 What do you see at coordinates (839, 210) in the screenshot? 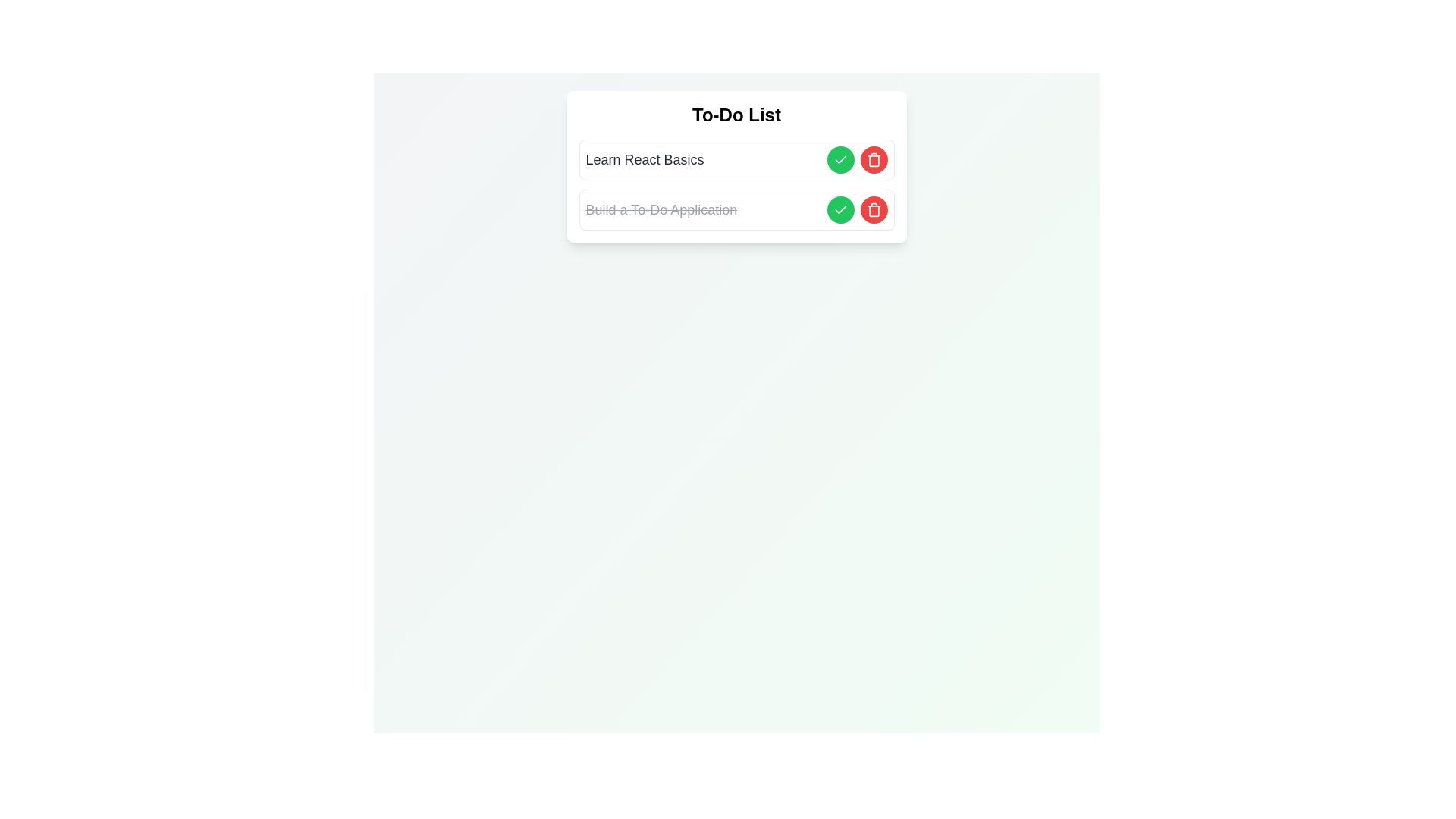
I see `the checkmark icon with a rounded style and light green background, located on the right side of the item labeled 'Build a To-Do Application' in the second row of the to-do list` at bounding box center [839, 210].